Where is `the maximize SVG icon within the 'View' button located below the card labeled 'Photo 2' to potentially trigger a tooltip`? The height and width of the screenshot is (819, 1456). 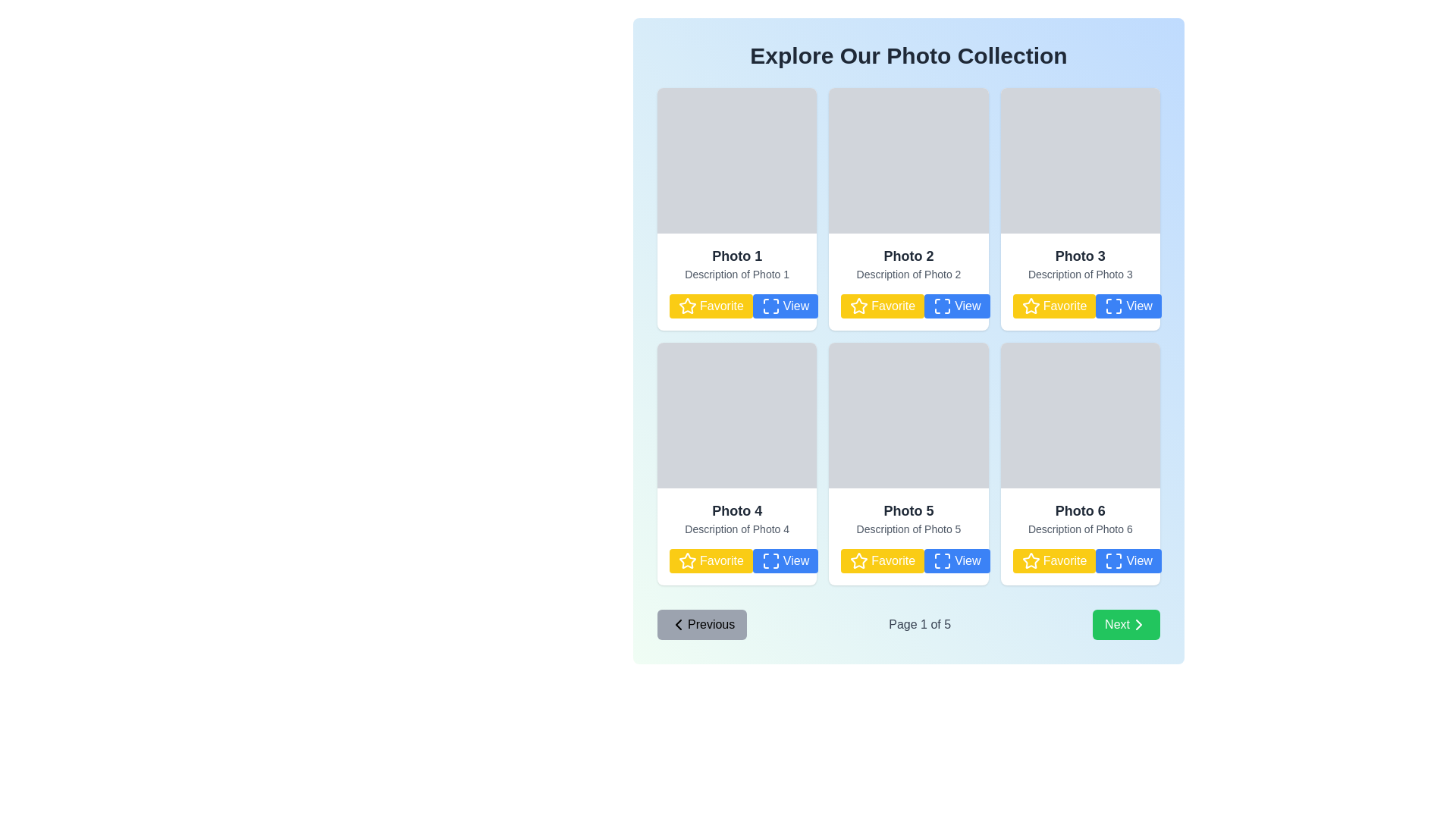 the maximize SVG icon within the 'View' button located below the card labeled 'Photo 2' to potentially trigger a tooltip is located at coordinates (942, 306).